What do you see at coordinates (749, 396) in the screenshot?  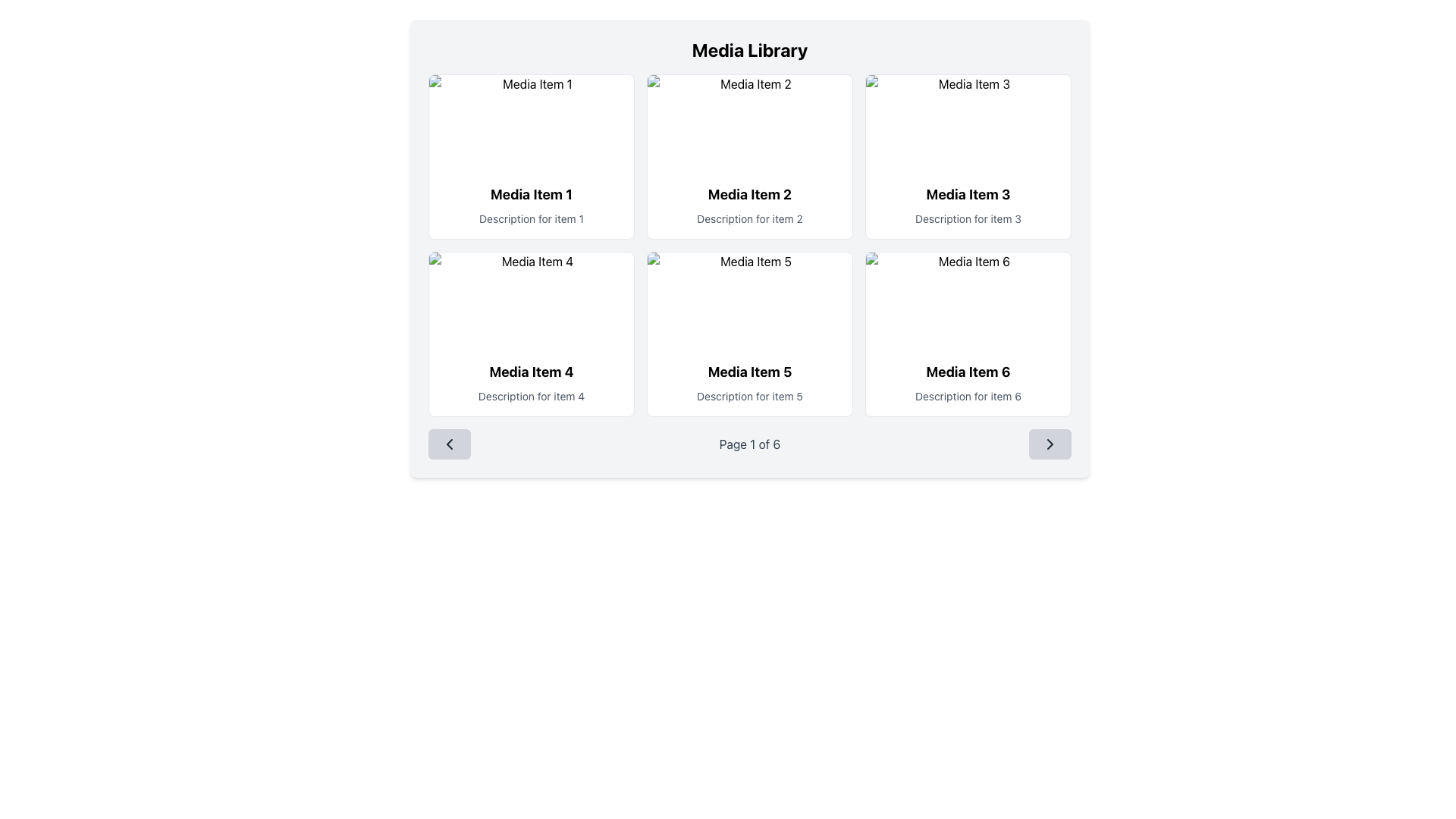 I see `the text label associated with the fifth media item, located below the title 'Media Item 5' in the layout grid` at bounding box center [749, 396].